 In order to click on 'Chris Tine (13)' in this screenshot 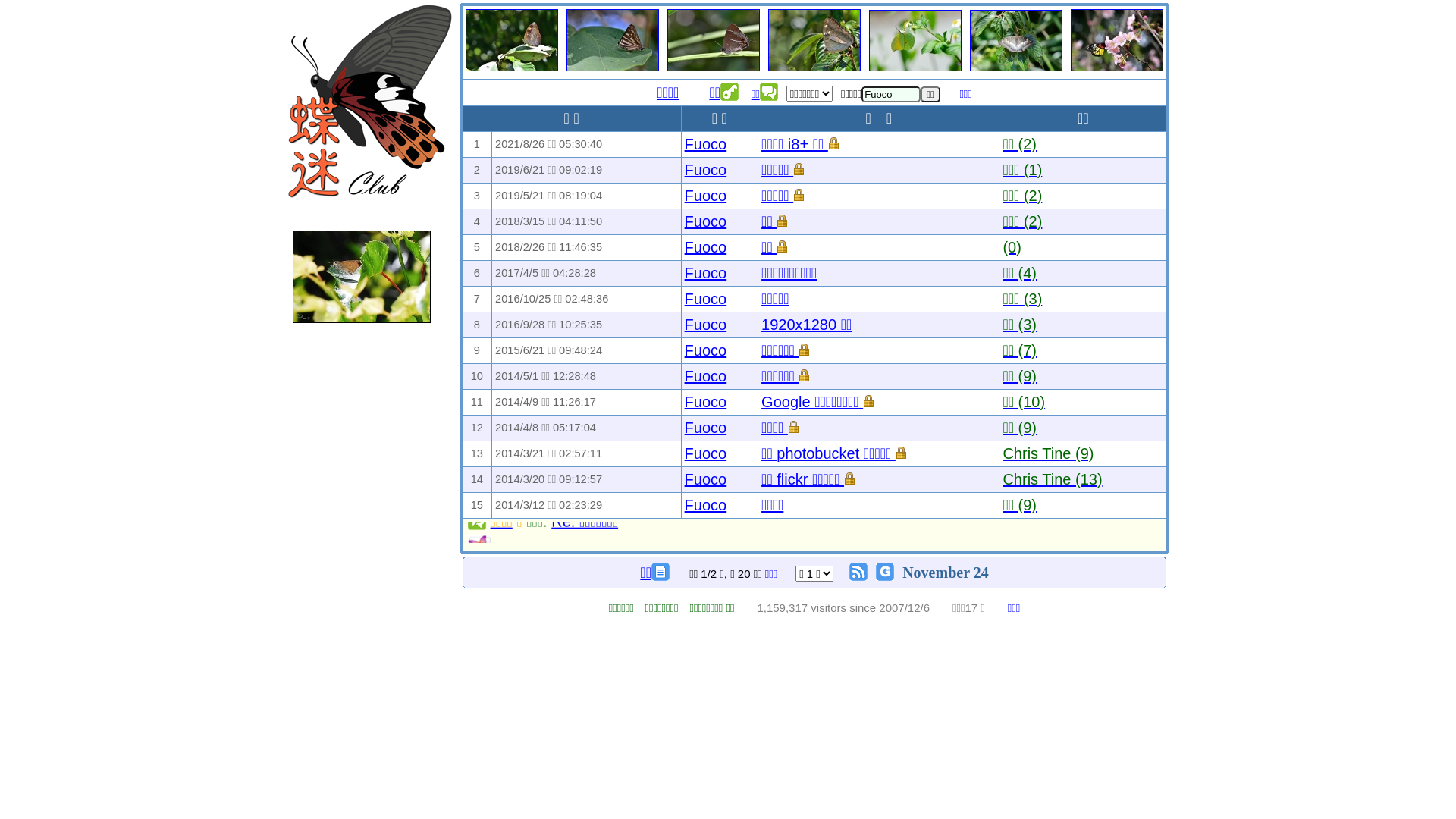, I will do `click(1051, 479)`.